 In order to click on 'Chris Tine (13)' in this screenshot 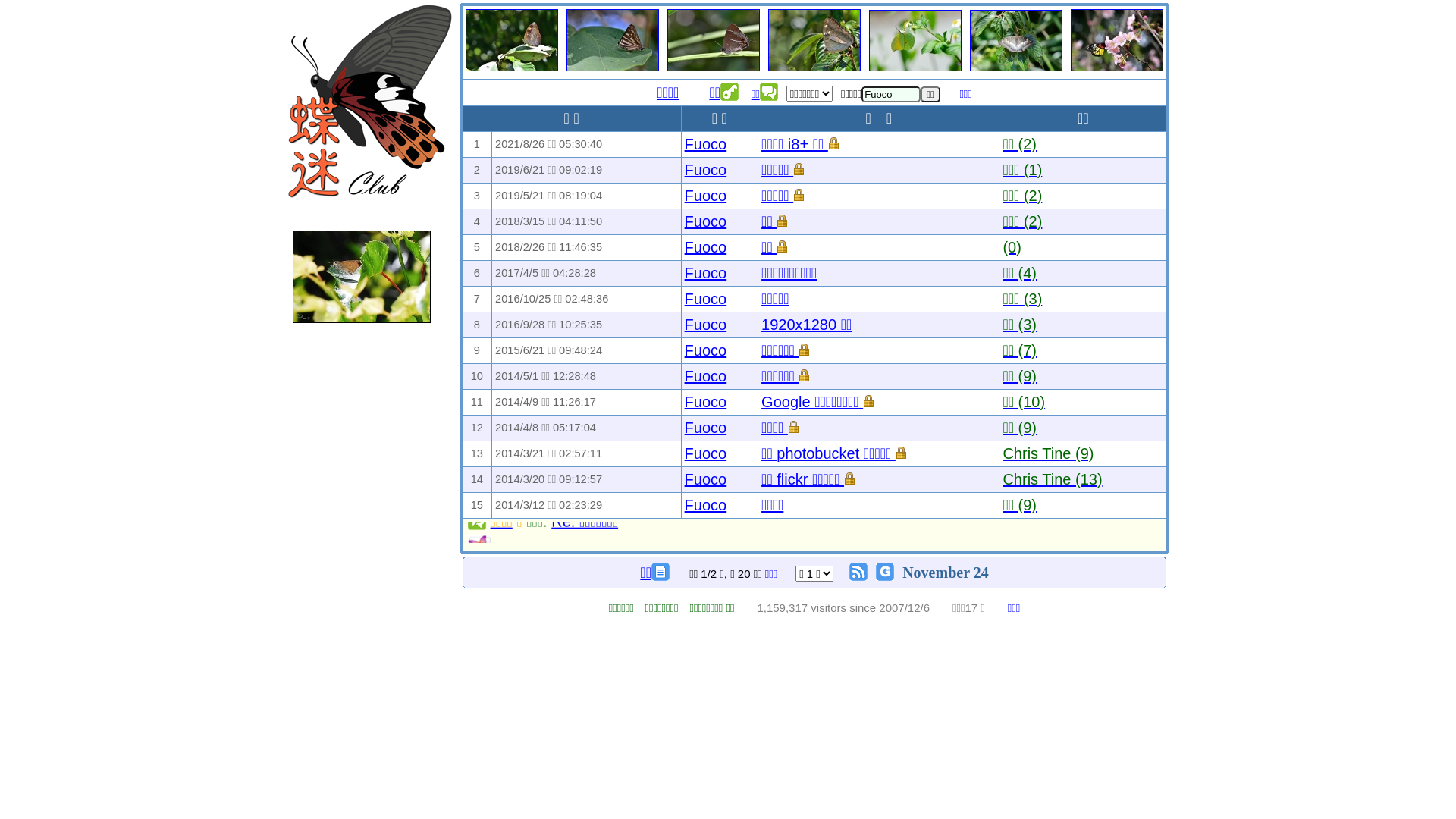, I will do `click(1051, 479)`.